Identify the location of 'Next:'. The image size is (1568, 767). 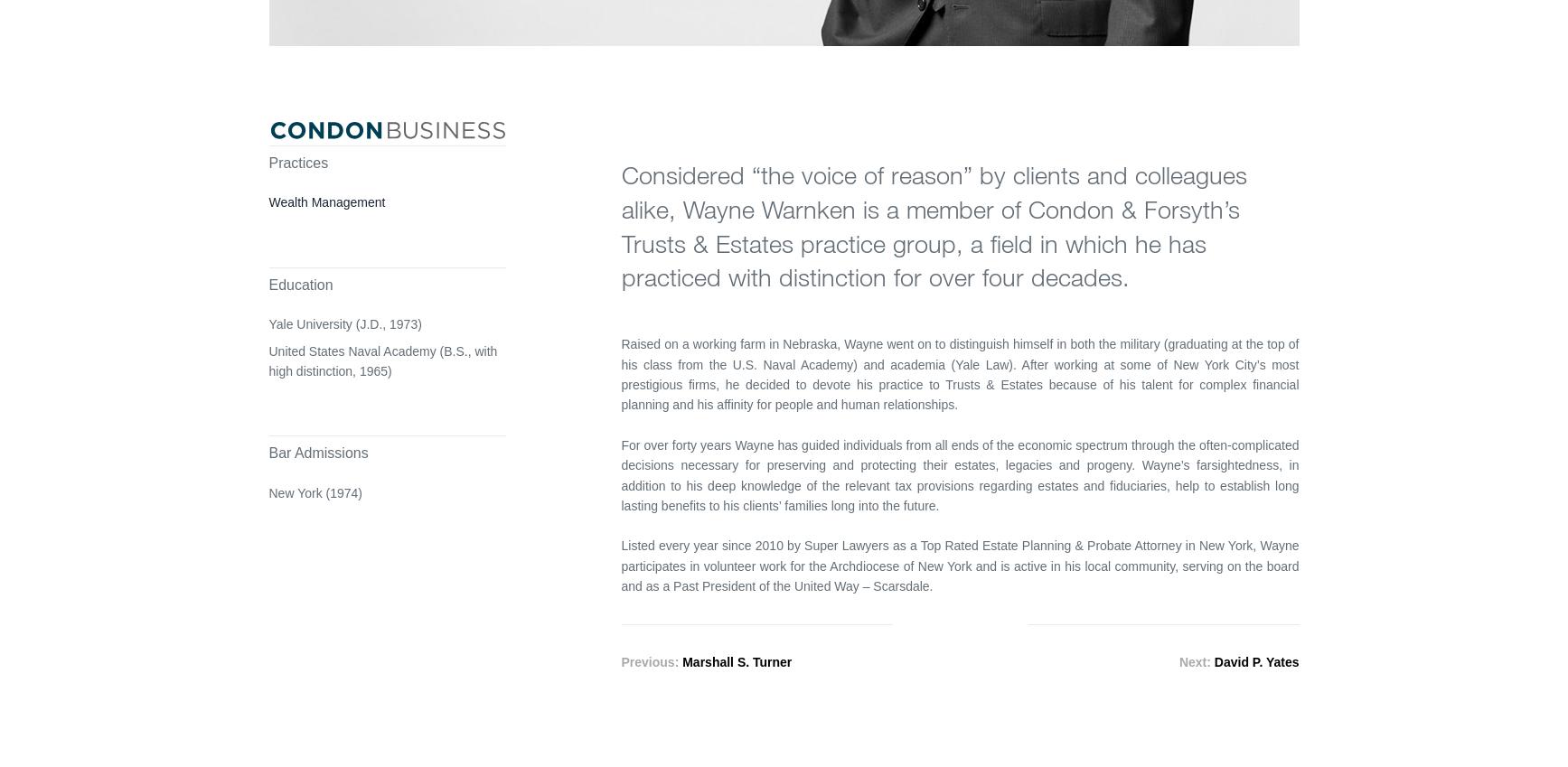
(1195, 661).